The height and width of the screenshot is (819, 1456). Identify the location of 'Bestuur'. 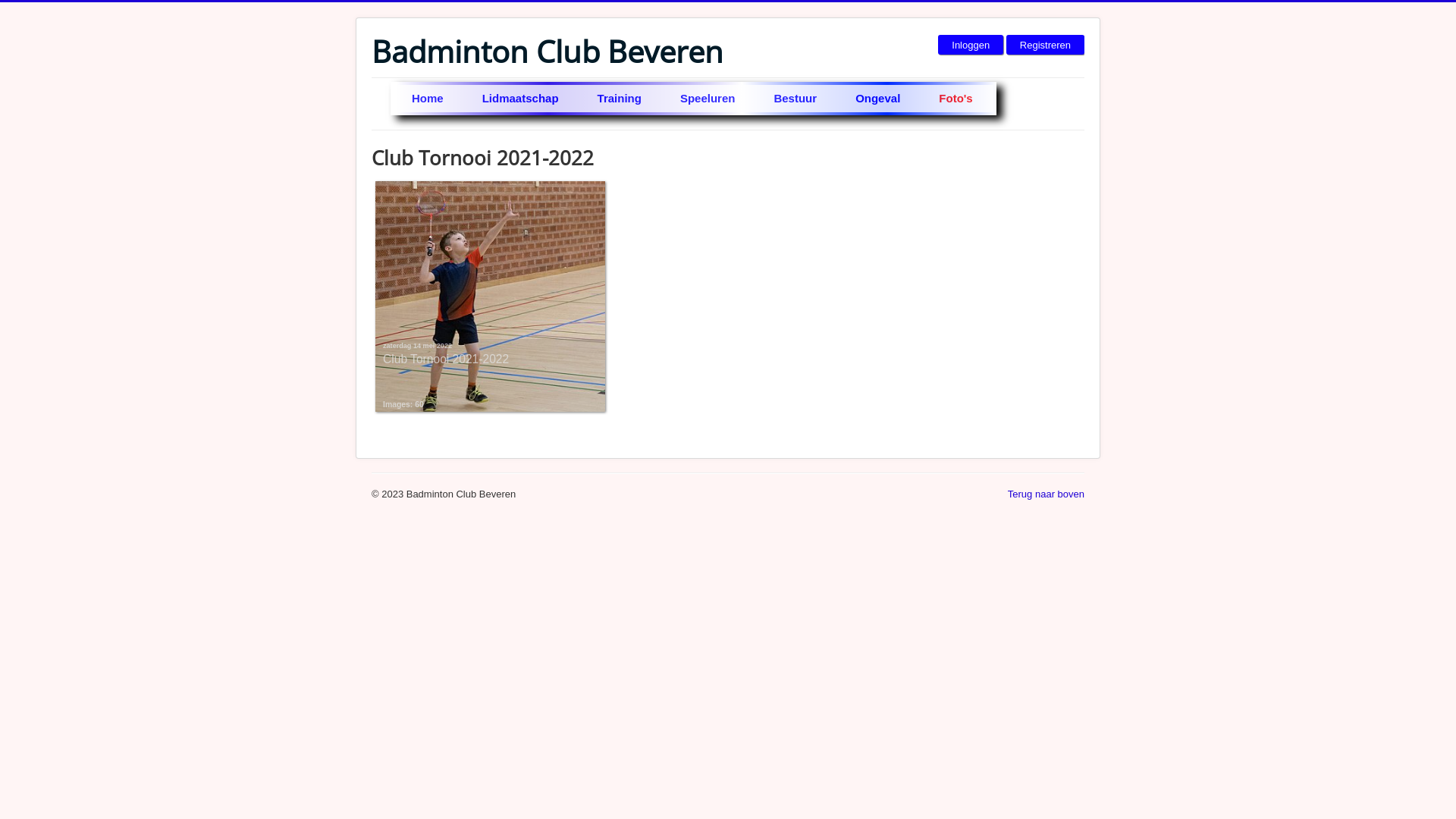
(795, 99).